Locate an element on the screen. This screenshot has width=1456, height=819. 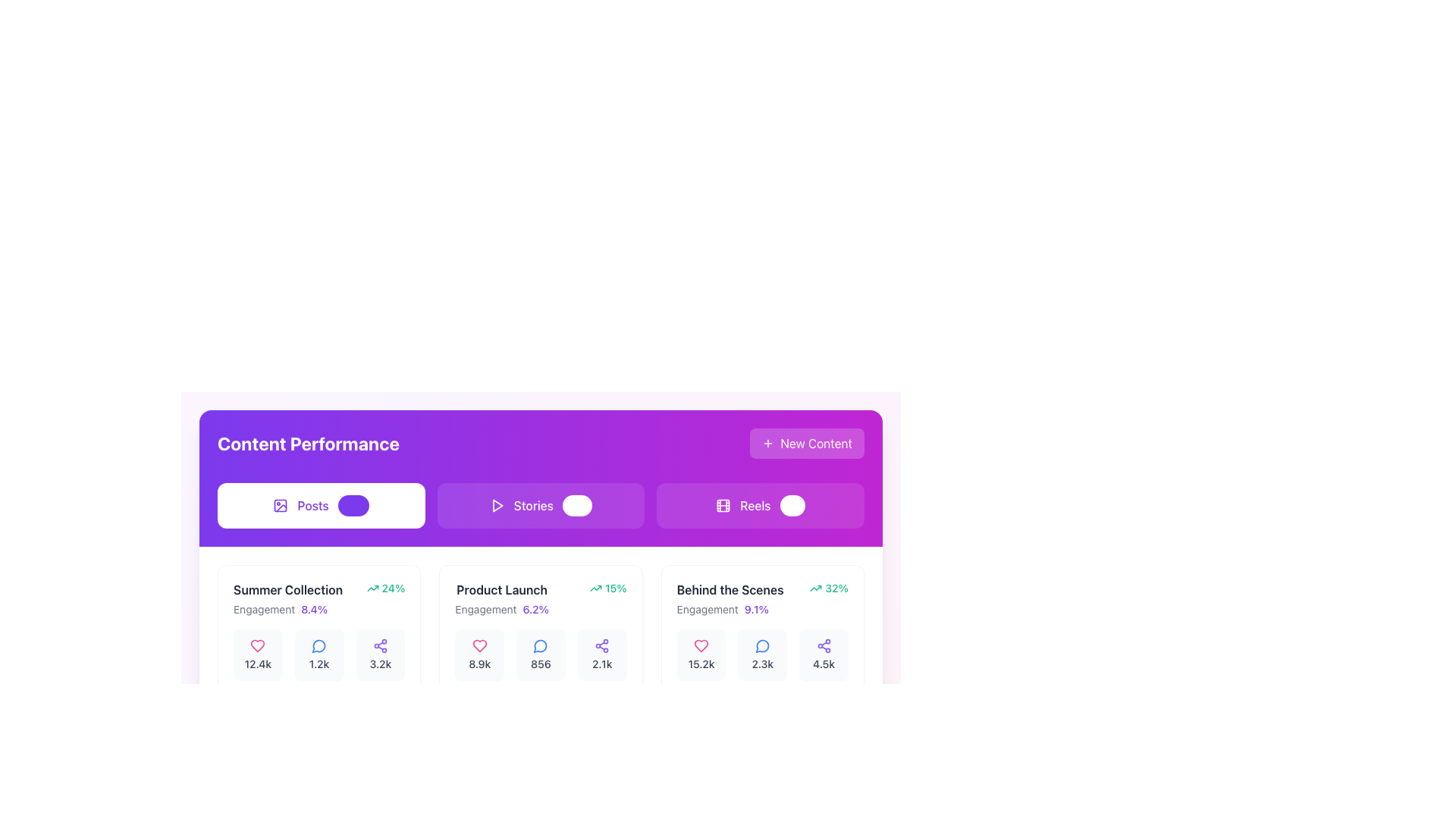
the numeric text element located at the bottom-right corner, directly below the sharing icon, which represents a count or statistic is located at coordinates (380, 663).